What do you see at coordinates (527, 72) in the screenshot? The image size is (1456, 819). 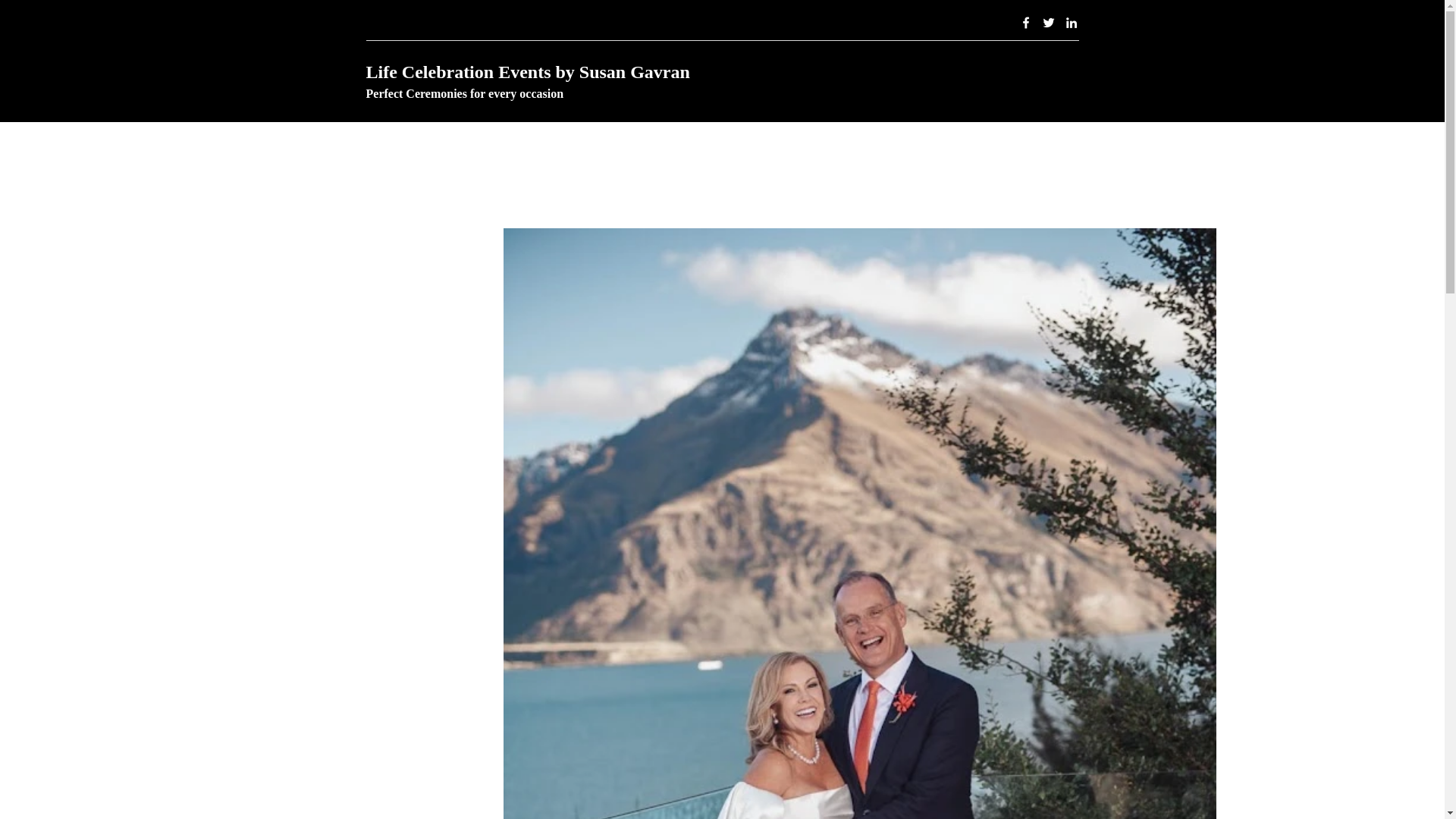 I see `'Life Celebration Events by Susan Gavran'` at bounding box center [527, 72].